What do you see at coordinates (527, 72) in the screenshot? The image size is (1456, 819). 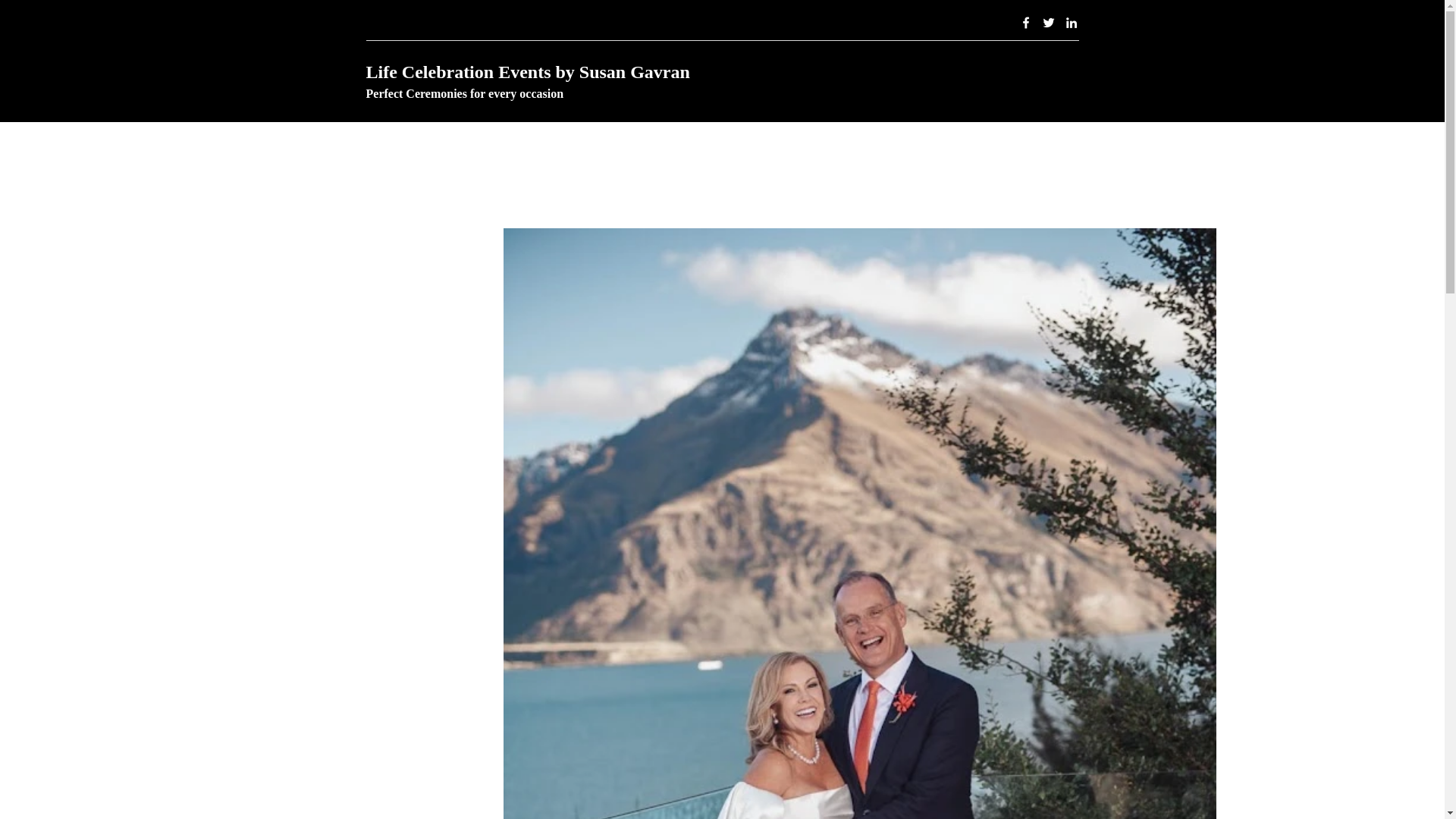 I see `'Life Celebration Events by Susan Gavran'` at bounding box center [527, 72].